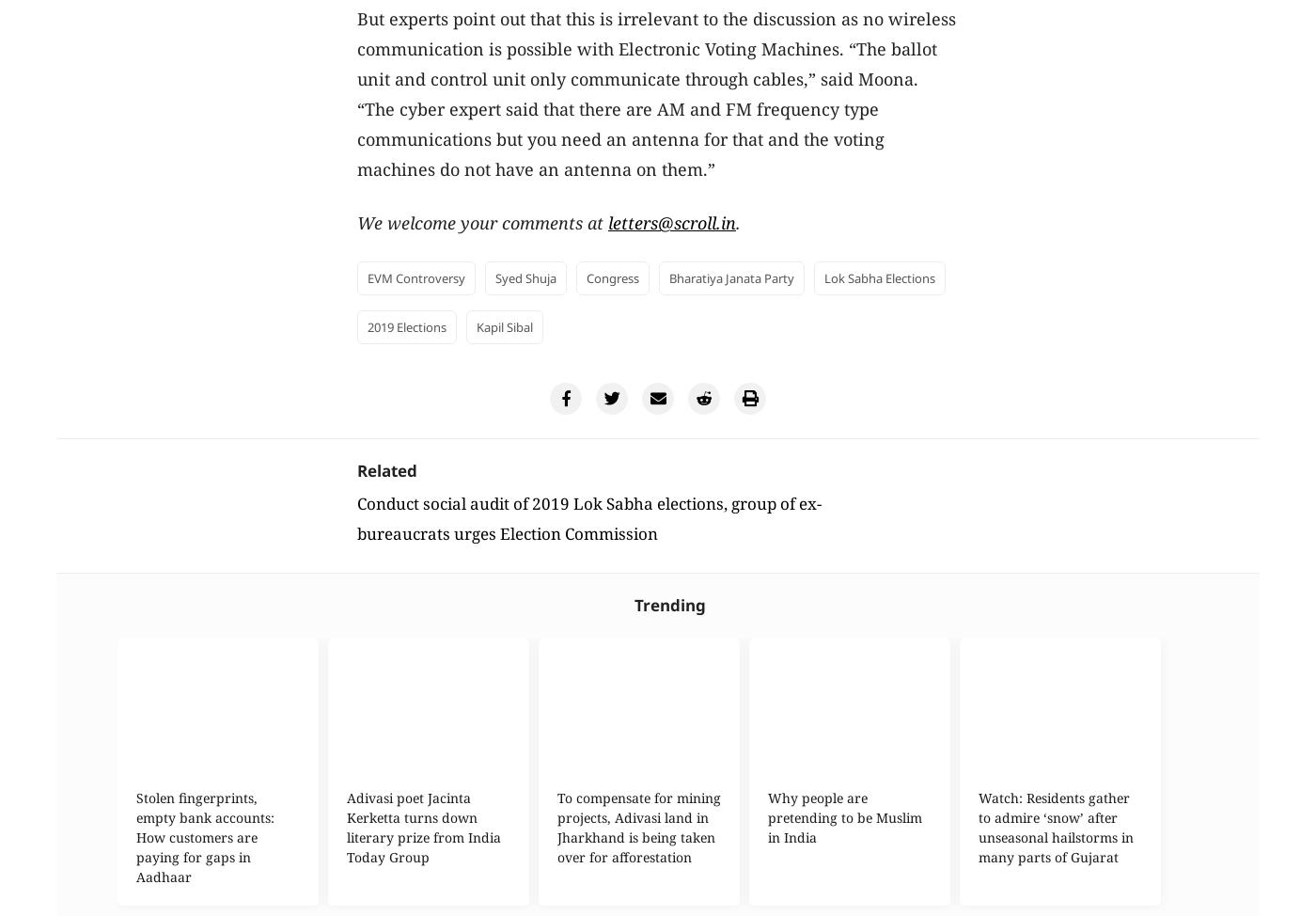 The image size is (1316, 916). What do you see at coordinates (731, 276) in the screenshot?
I see `'Bharatiya Janata Party'` at bounding box center [731, 276].